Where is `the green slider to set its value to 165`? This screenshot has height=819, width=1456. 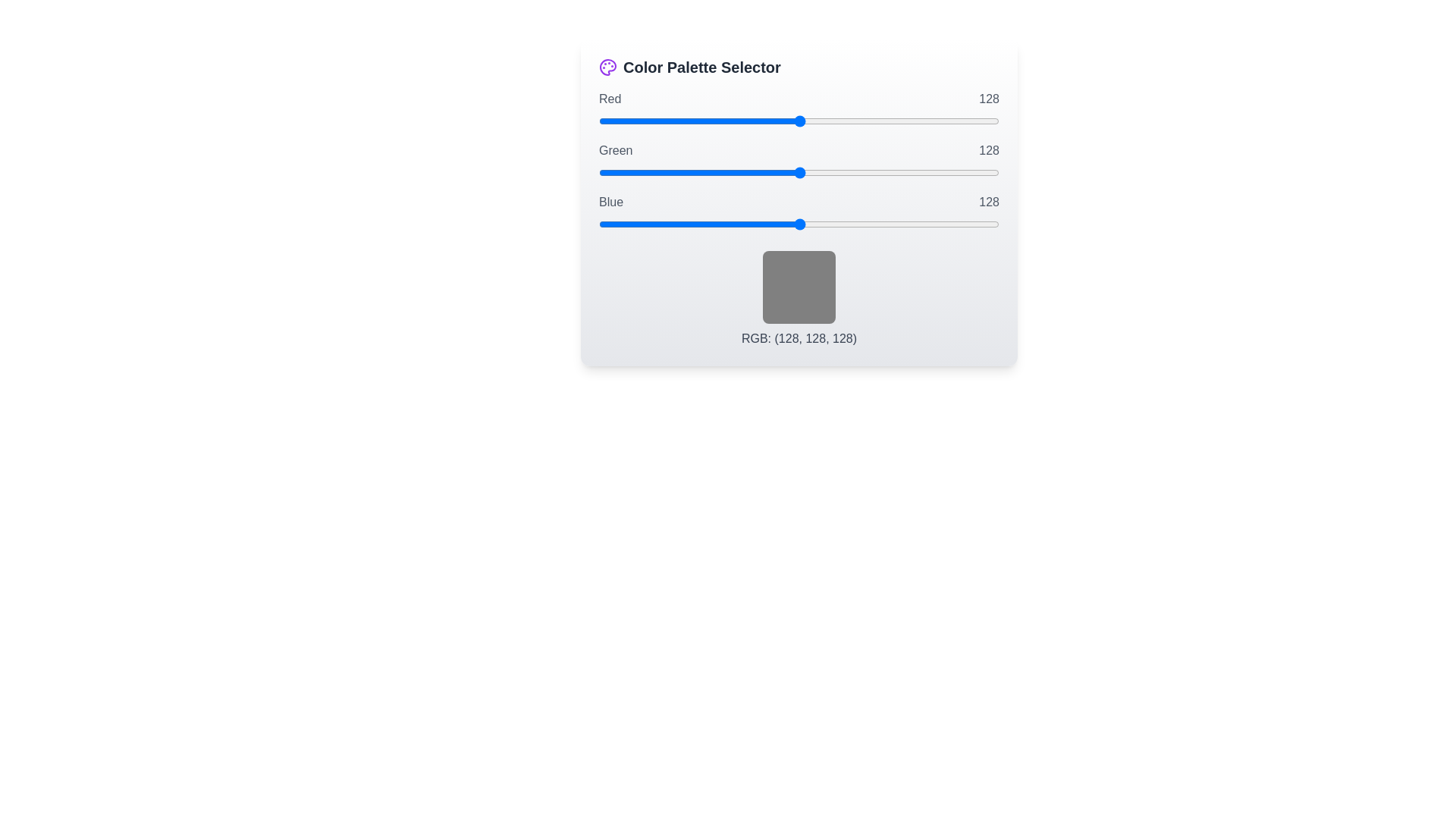 the green slider to set its value to 165 is located at coordinates (858, 171).